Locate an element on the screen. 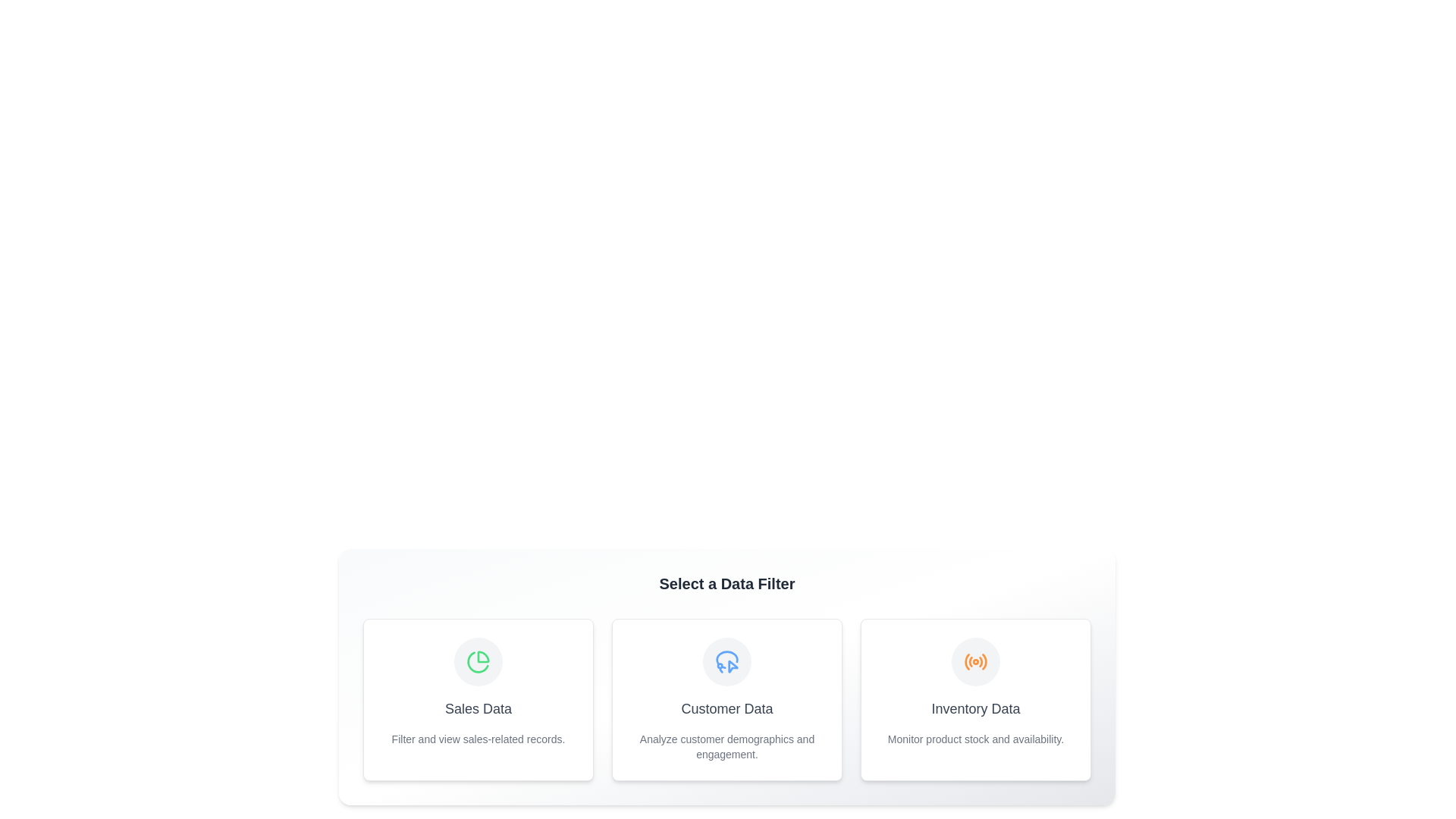  the circular icon with a gray background and a blue lasso-select symbol located above the text 'Customer Data' in the central column is located at coordinates (726, 661).